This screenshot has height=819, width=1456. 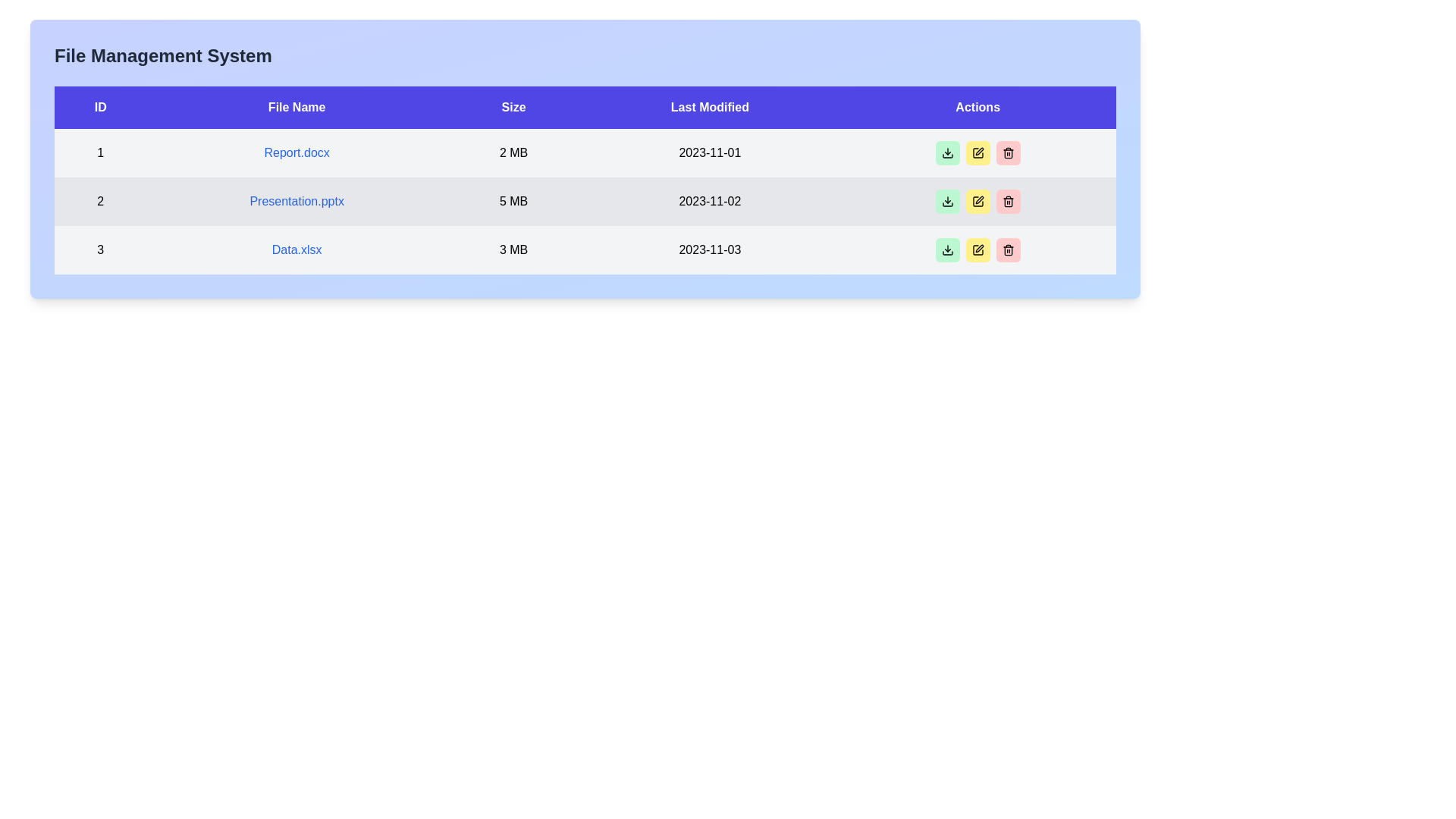 What do you see at coordinates (1008, 201) in the screenshot?
I see `the red delete button with a trash bin icon located in the 'Actions' column of the second row` at bounding box center [1008, 201].